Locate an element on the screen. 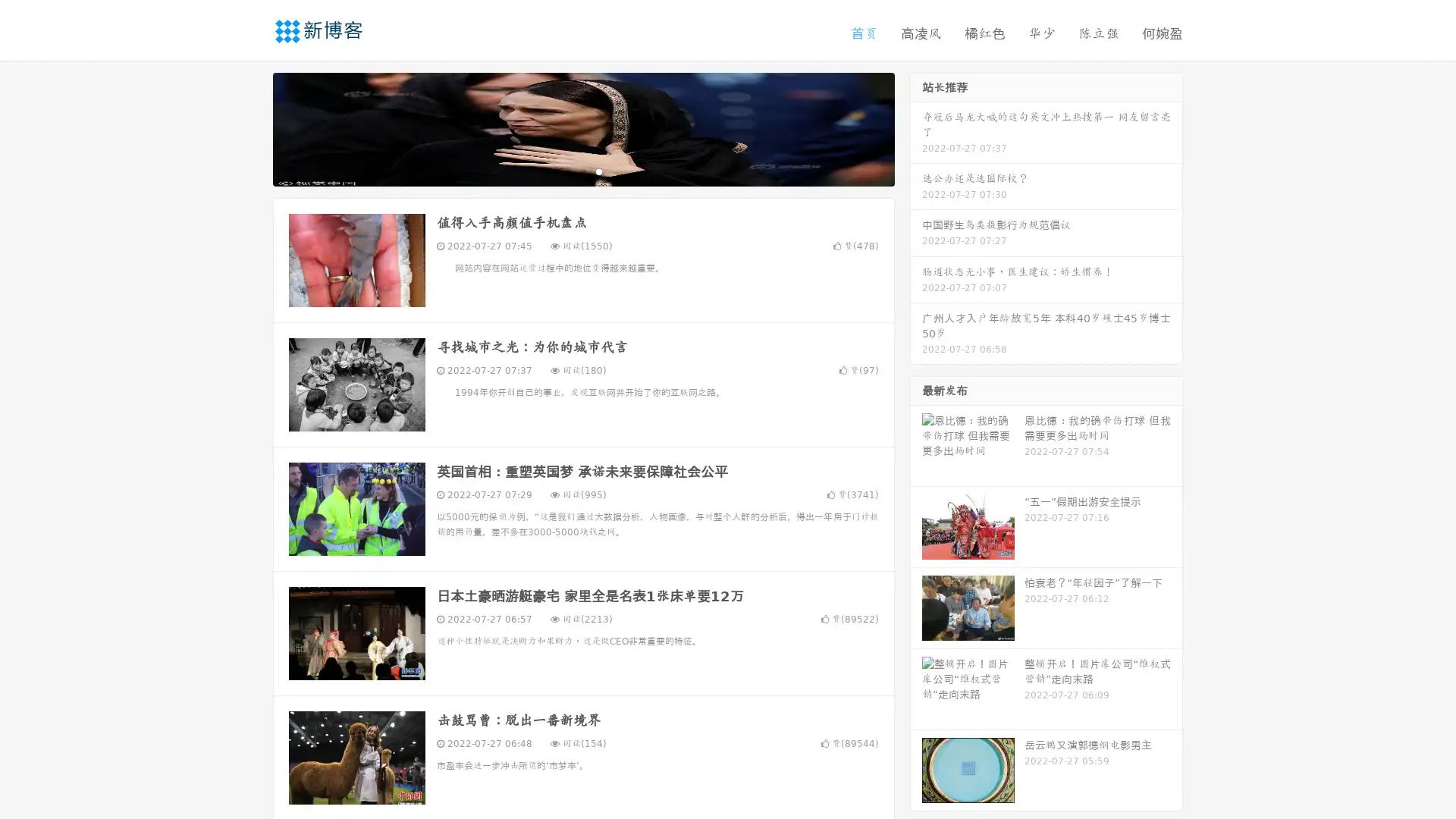 The width and height of the screenshot is (1456, 819). Go to slide 1 is located at coordinates (567, 171).